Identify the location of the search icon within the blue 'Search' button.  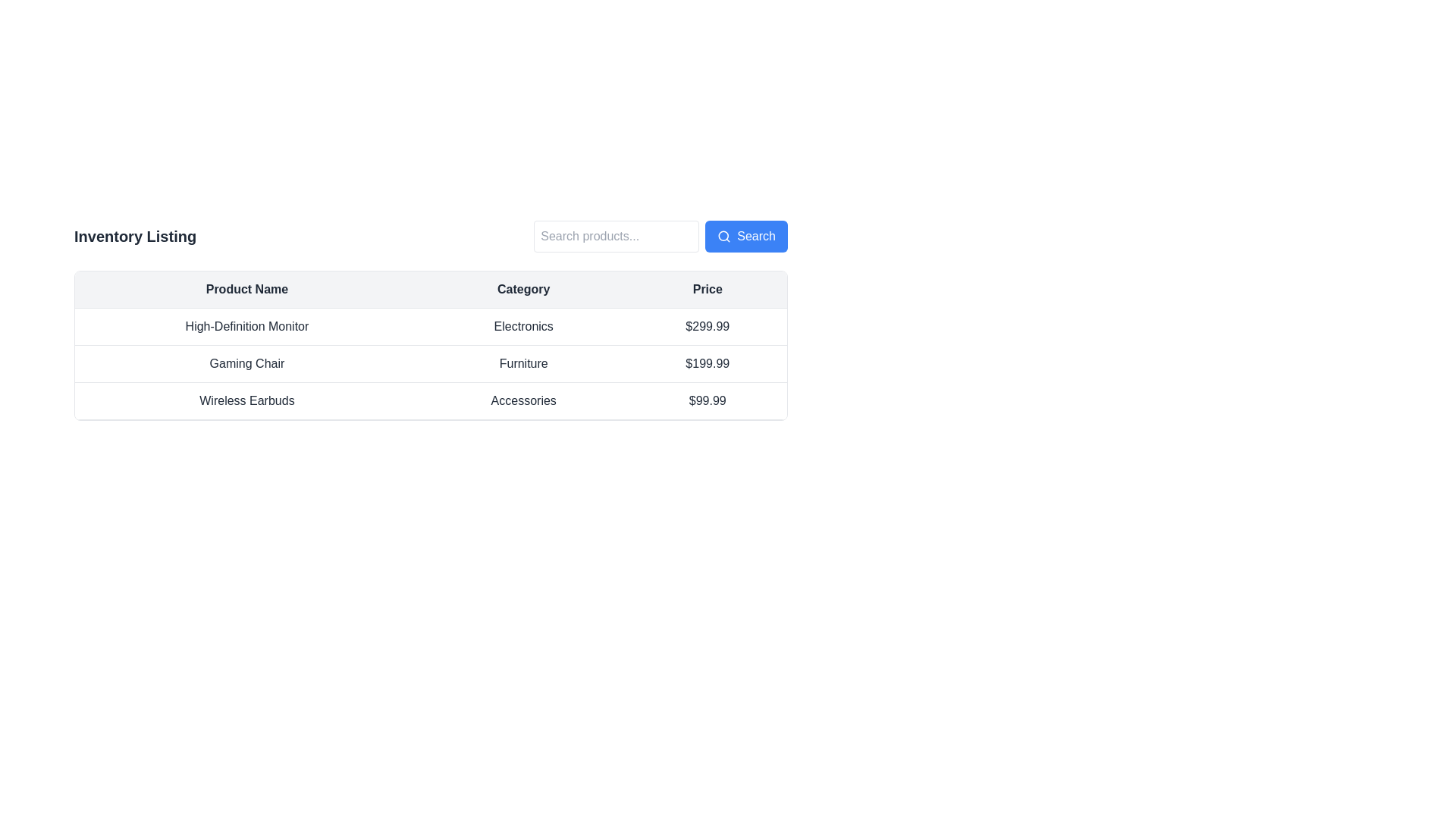
(723, 237).